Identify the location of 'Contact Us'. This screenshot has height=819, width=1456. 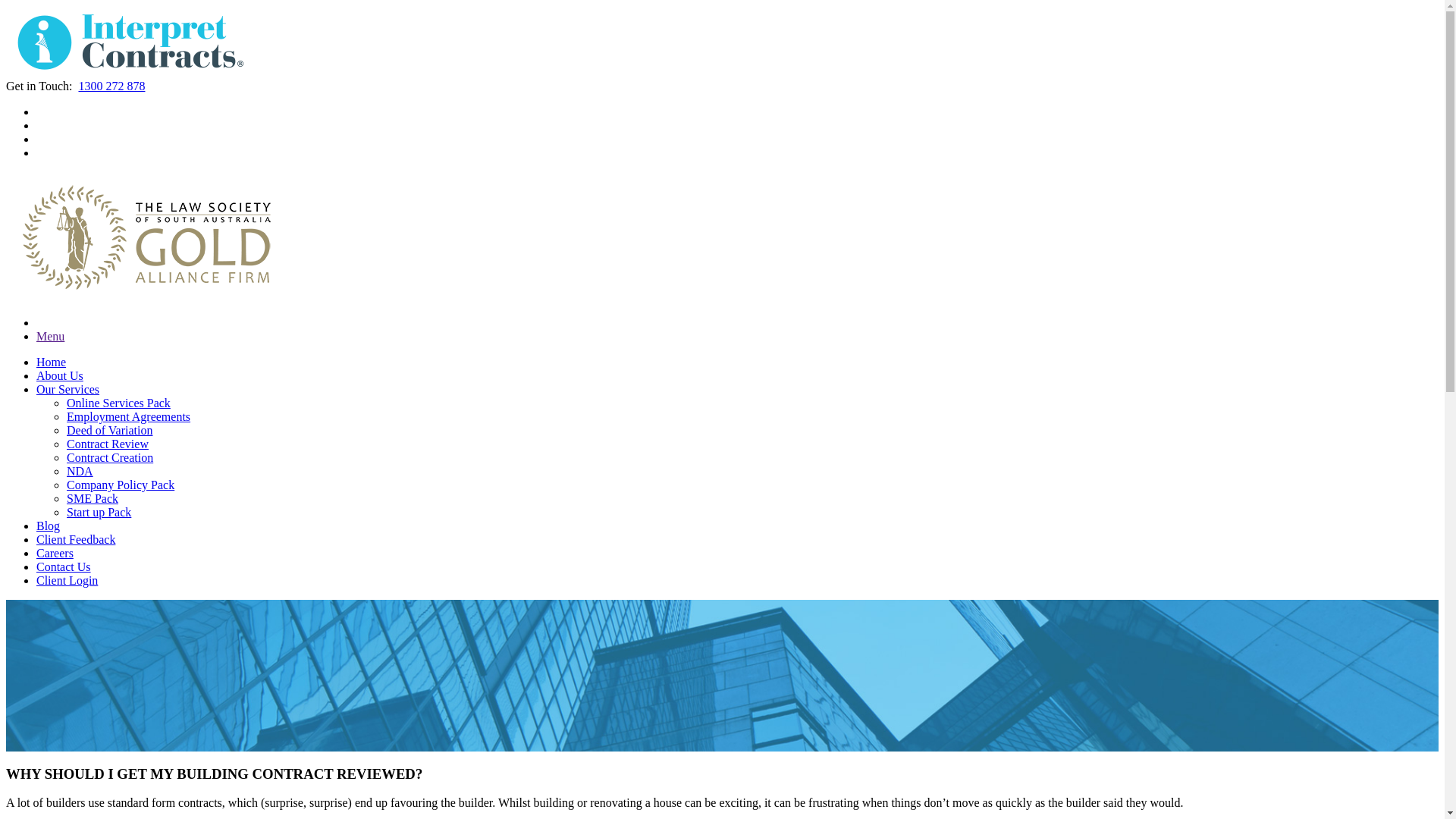
(62, 566).